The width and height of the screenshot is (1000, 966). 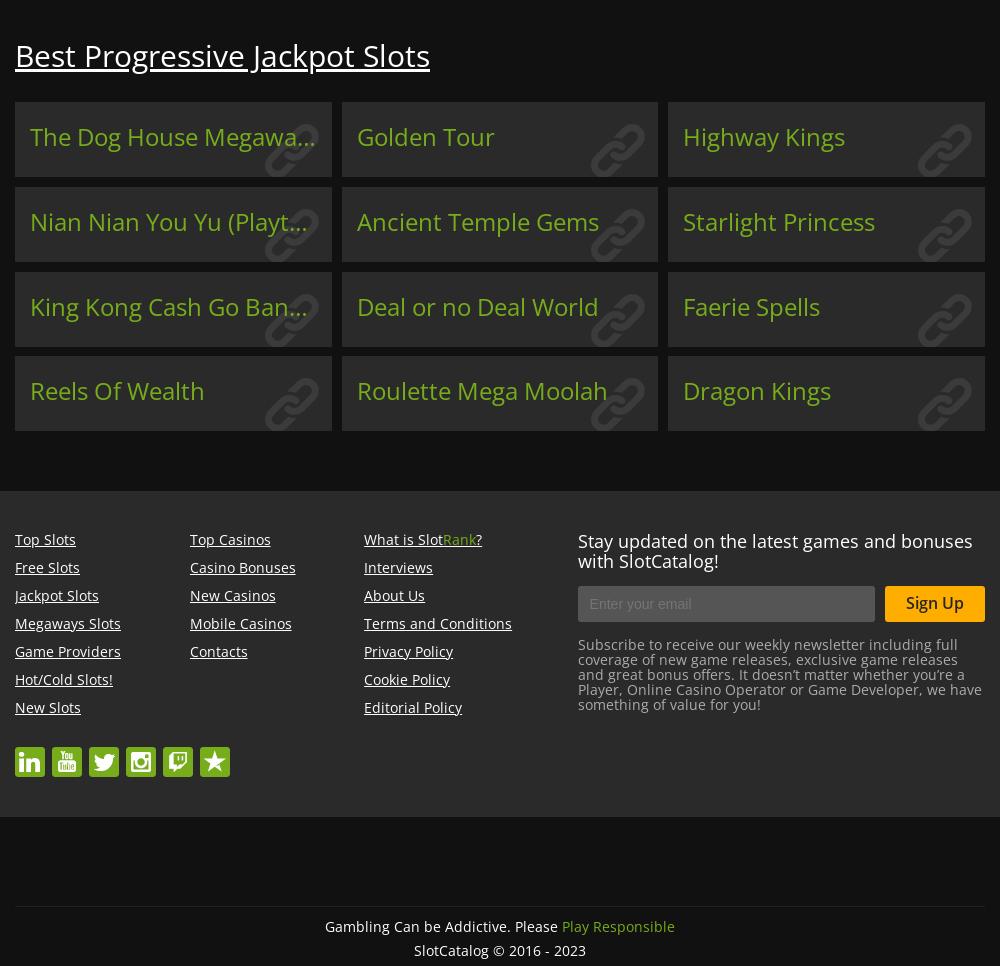 I want to click on 'Nian Nian You Yu (Playtech)', so click(x=183, y=219).